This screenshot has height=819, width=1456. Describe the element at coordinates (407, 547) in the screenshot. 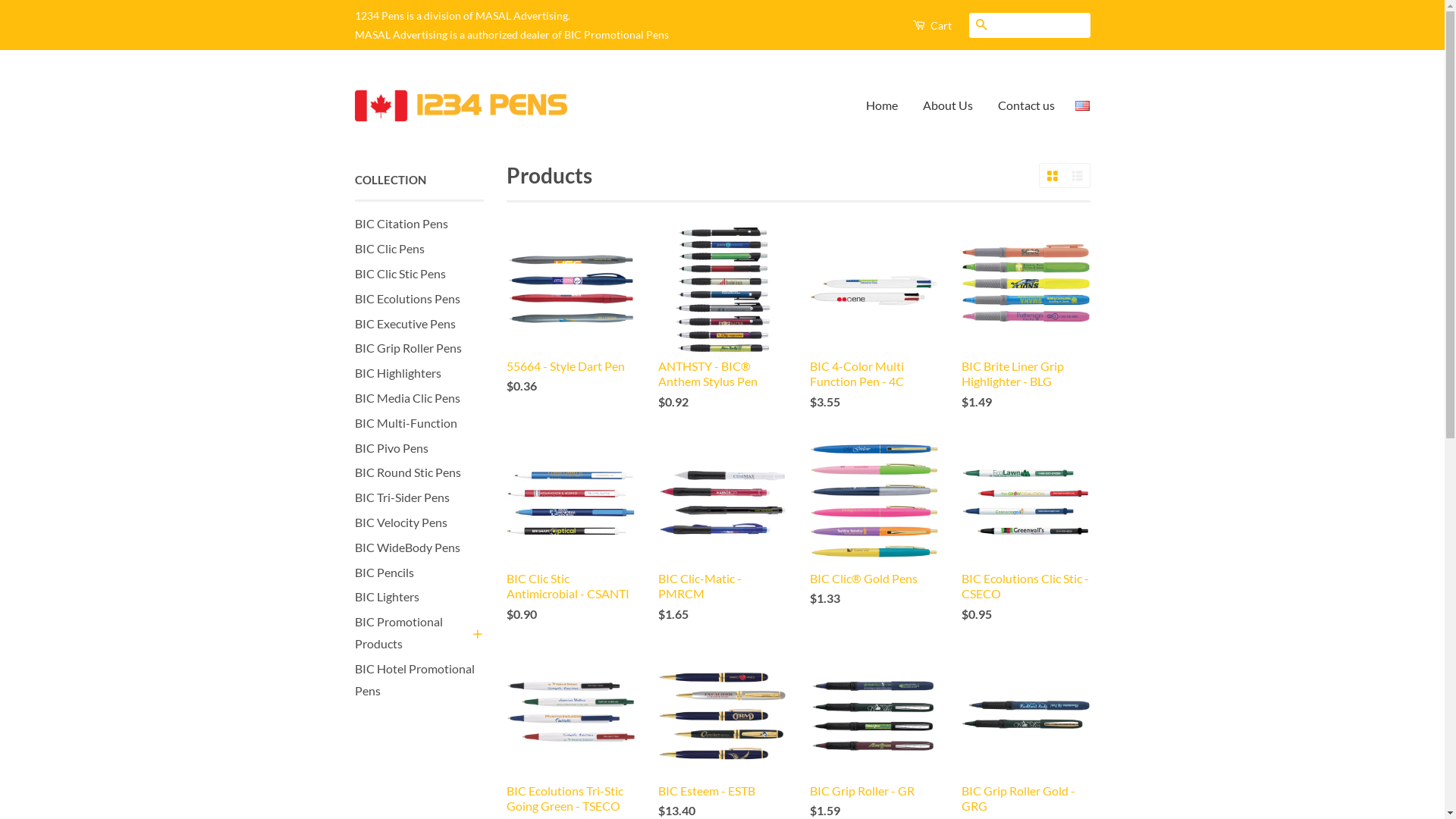

I see `'BIC WideBody Pens'` at that location.